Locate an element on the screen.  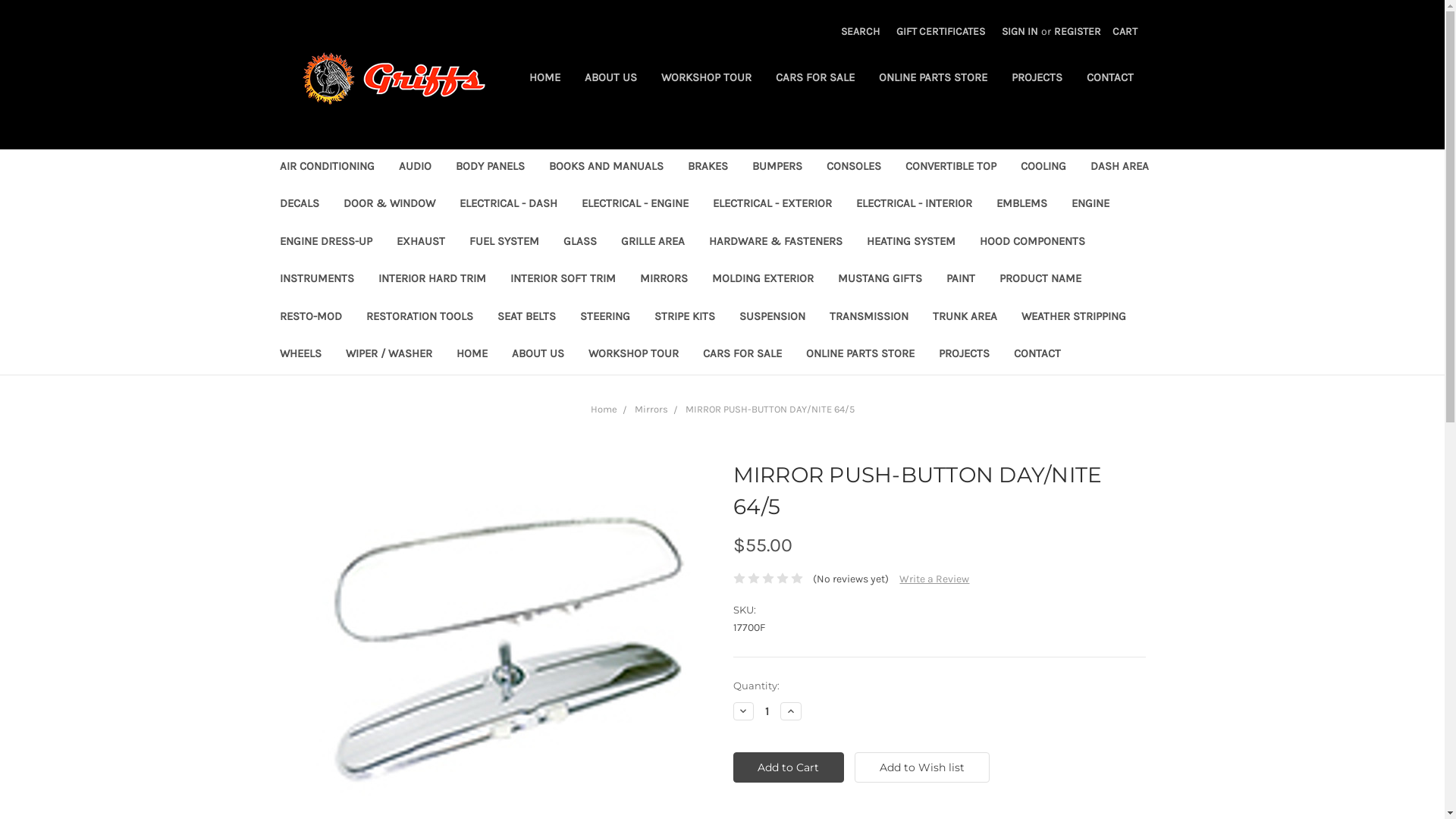
'SIGN IN' is located at coordinates (993, 31).